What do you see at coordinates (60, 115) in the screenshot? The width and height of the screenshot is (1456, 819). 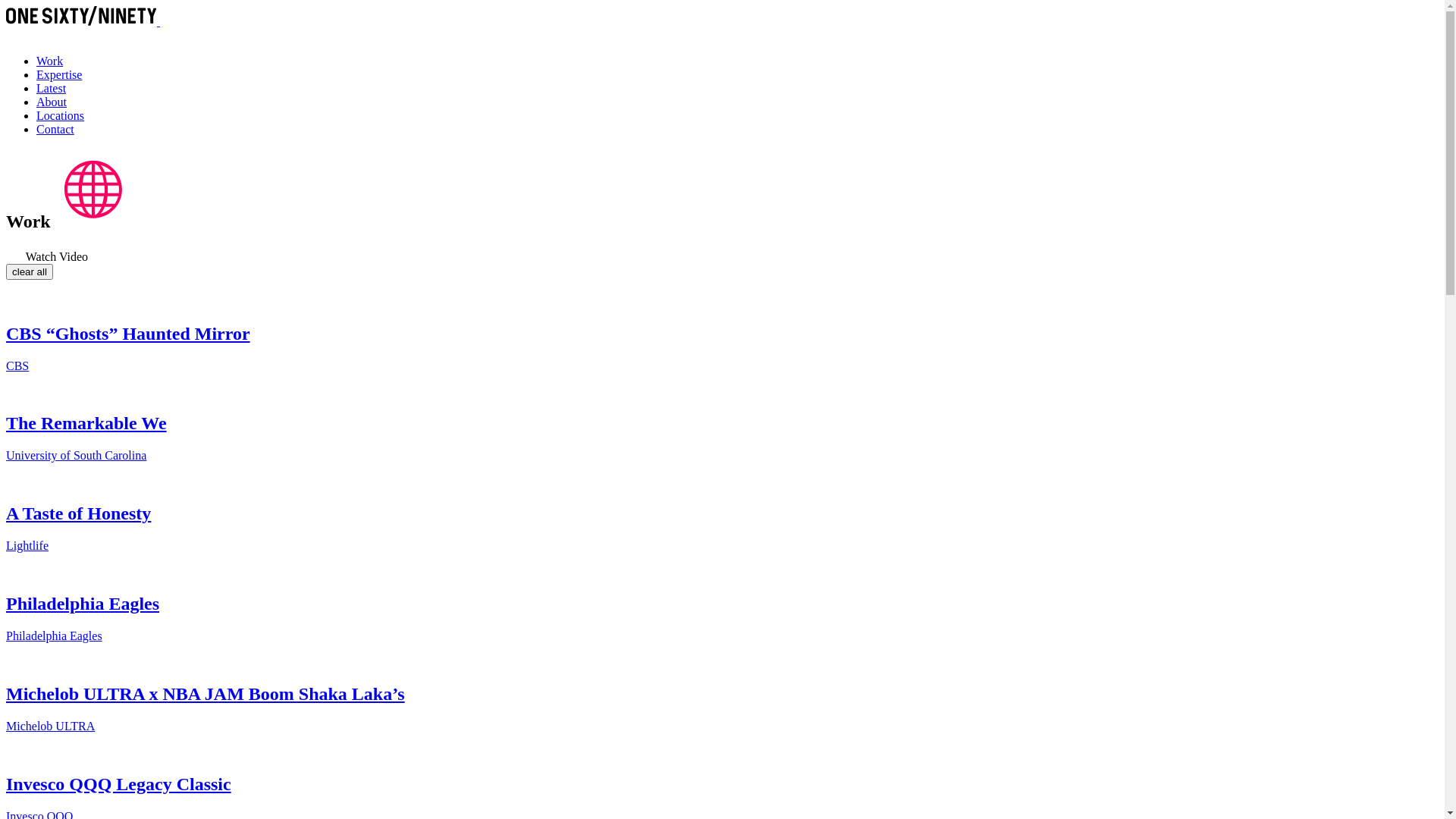 I see `'Locations'` at bounding box center [60, 115].